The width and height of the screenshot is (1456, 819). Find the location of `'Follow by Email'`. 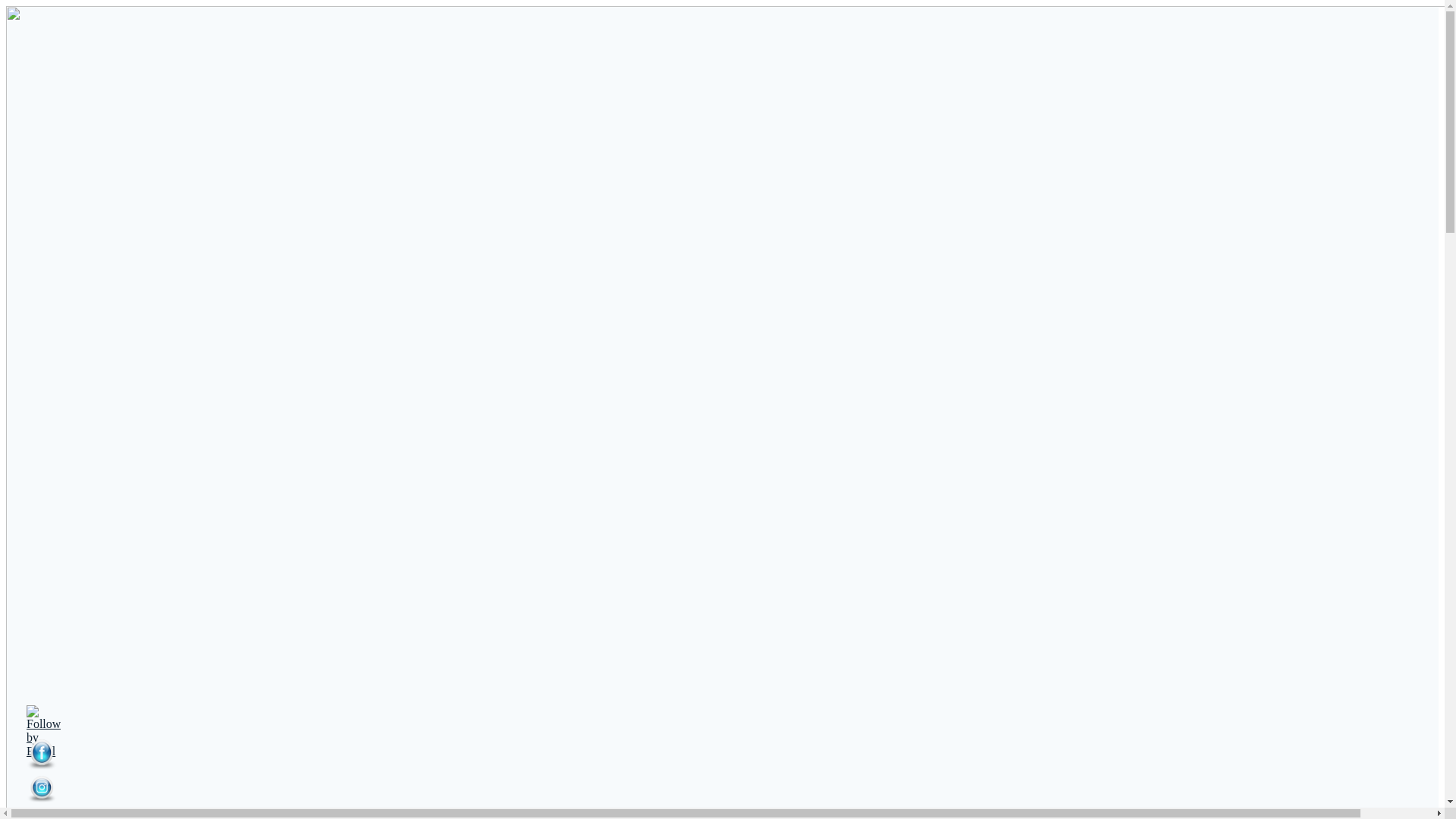

'Follow by Email' is located at coordinates (43, 730).